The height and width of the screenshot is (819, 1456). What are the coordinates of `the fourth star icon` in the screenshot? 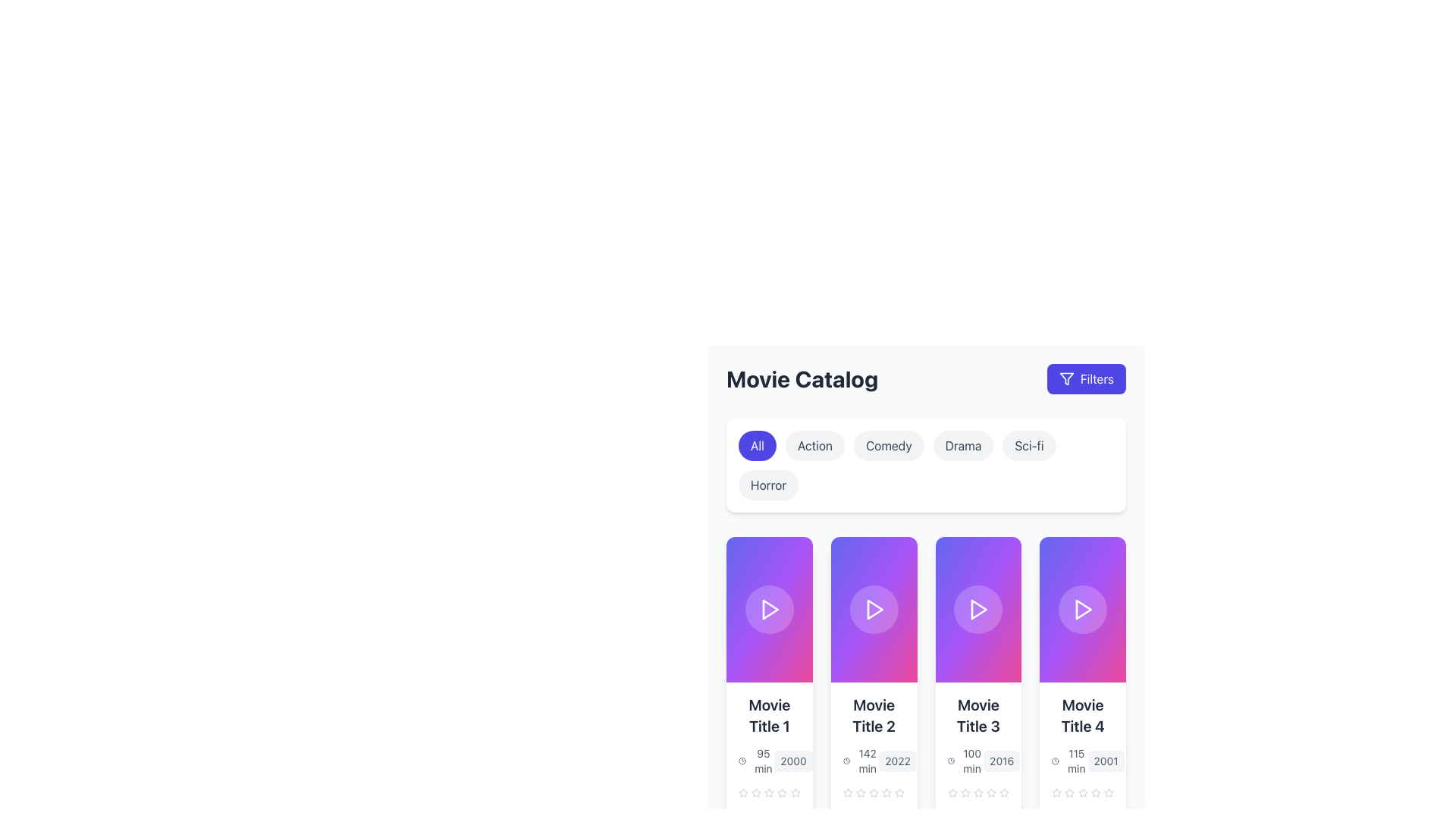 It's located at (886, 792).